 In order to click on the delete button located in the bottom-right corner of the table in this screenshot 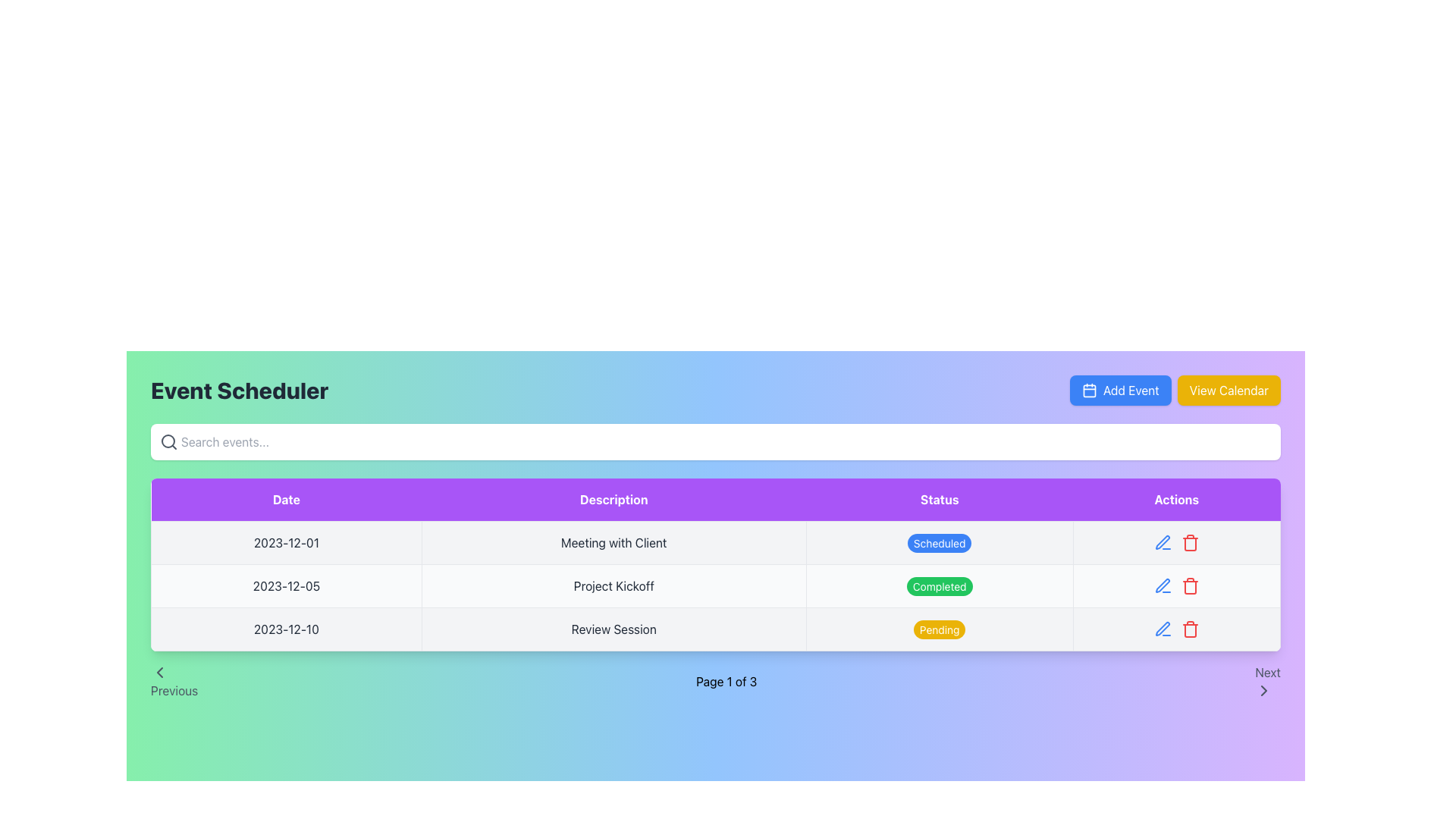, I will do `click(1189, 629)`.